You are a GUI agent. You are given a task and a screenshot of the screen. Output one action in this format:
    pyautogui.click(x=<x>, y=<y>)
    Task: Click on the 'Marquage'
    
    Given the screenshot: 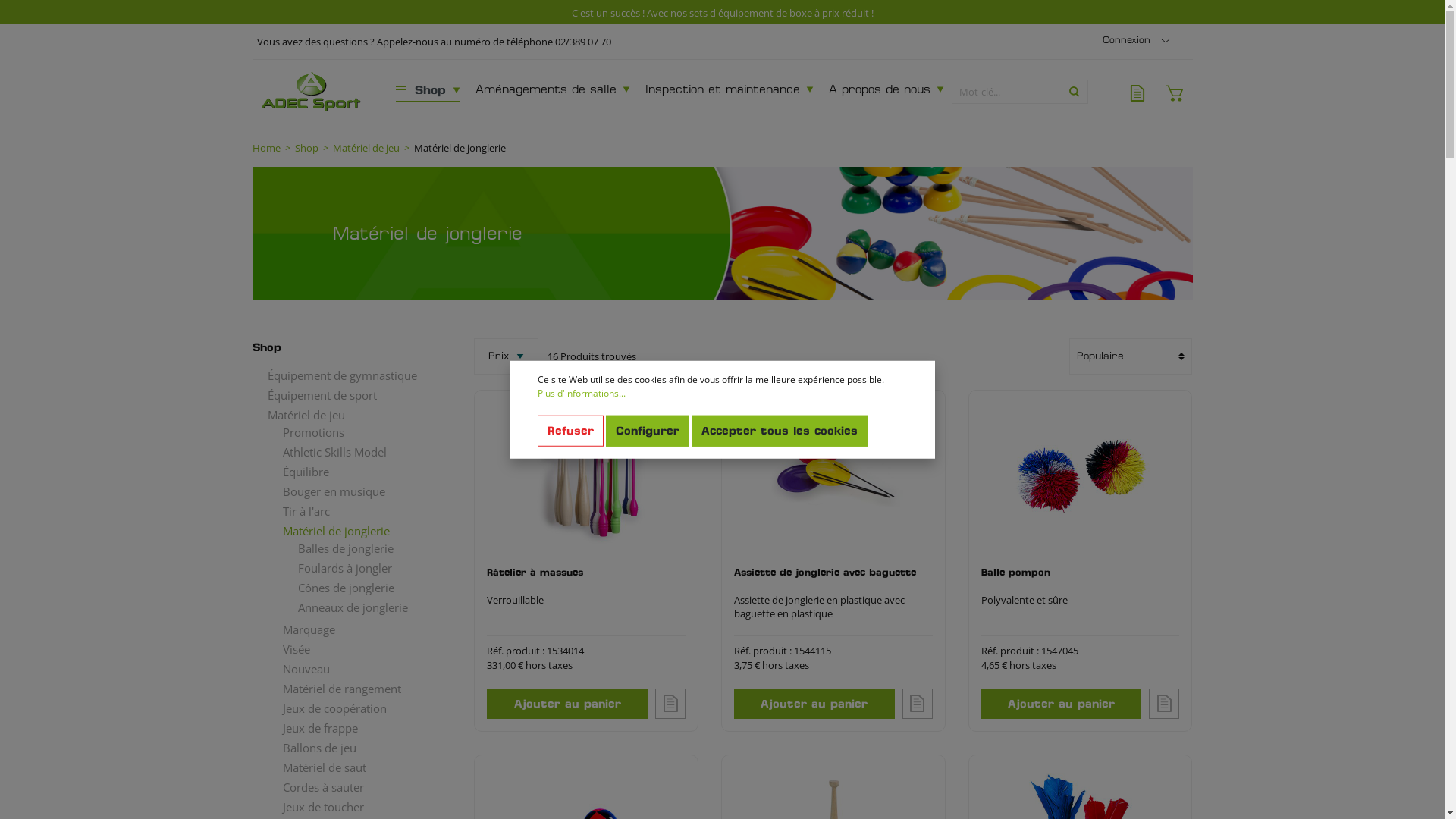 What is the action you would take?
    pyautogui.click(x=354, y=629)
    